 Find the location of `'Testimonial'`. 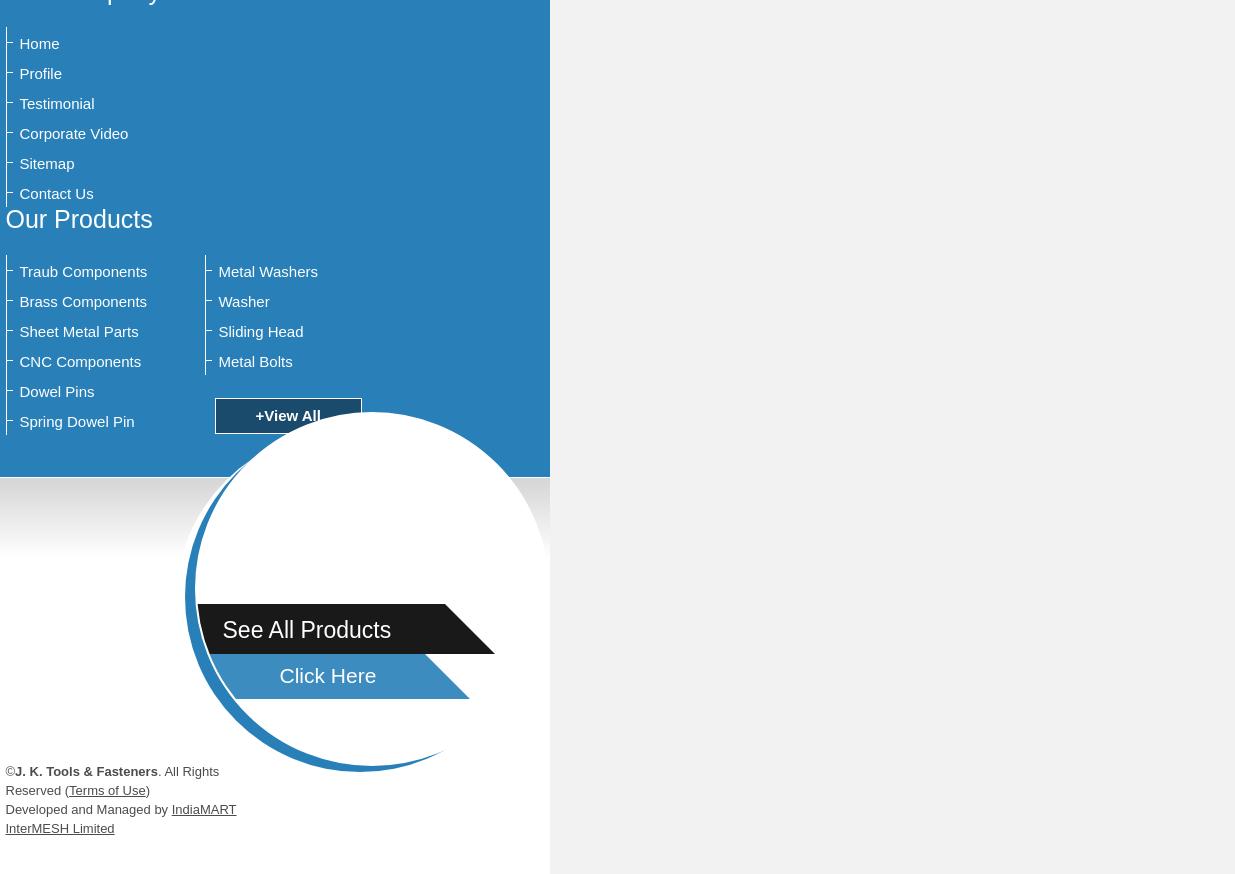

'Testimonial' is located at coordinates (55, 103).